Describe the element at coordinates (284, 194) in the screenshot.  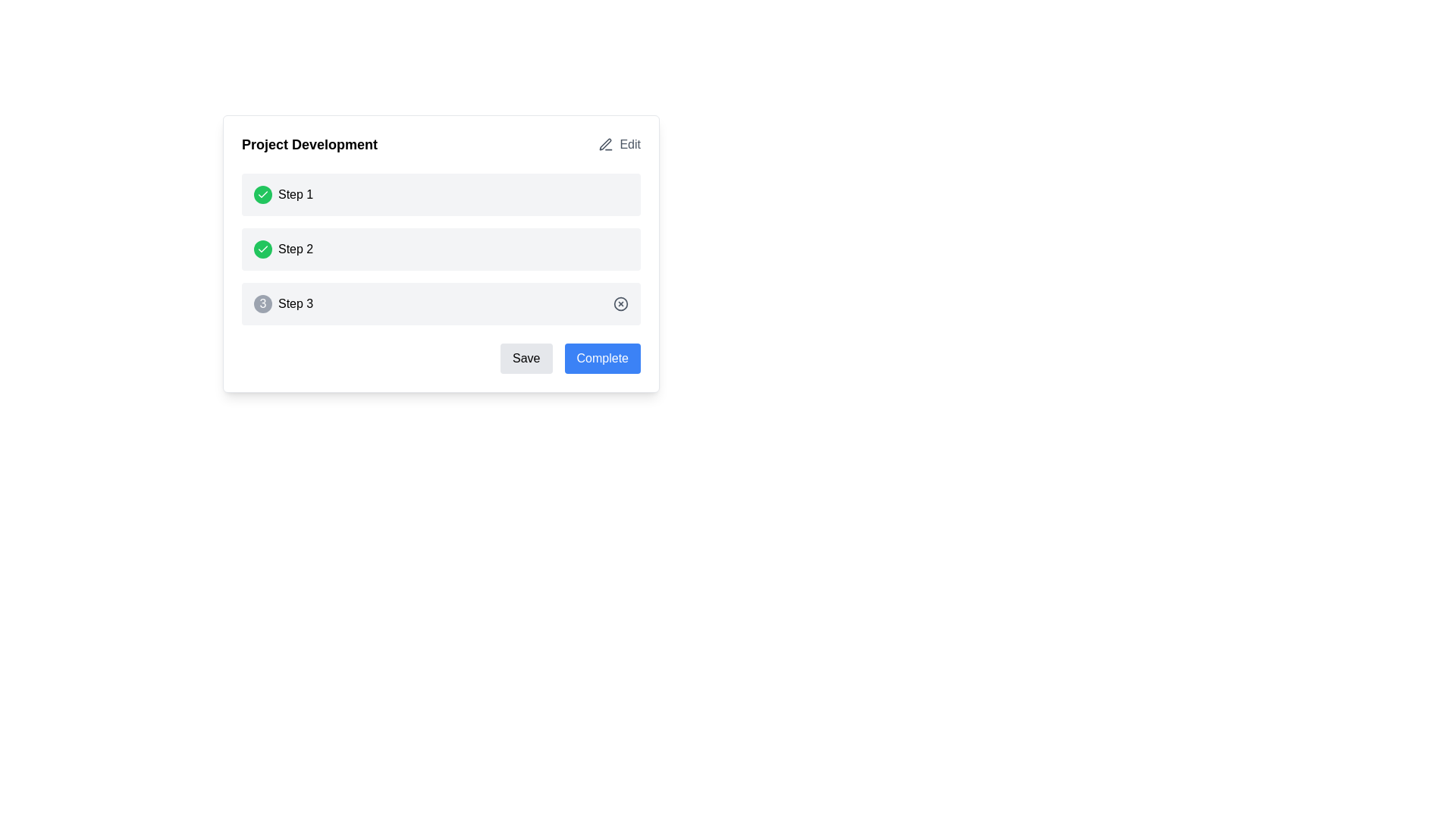
I see `label 'Step 1' from the completed status indicator, which is the first step in the 'Project Development' sequence, indicated by a green checkmark icon` at that location.